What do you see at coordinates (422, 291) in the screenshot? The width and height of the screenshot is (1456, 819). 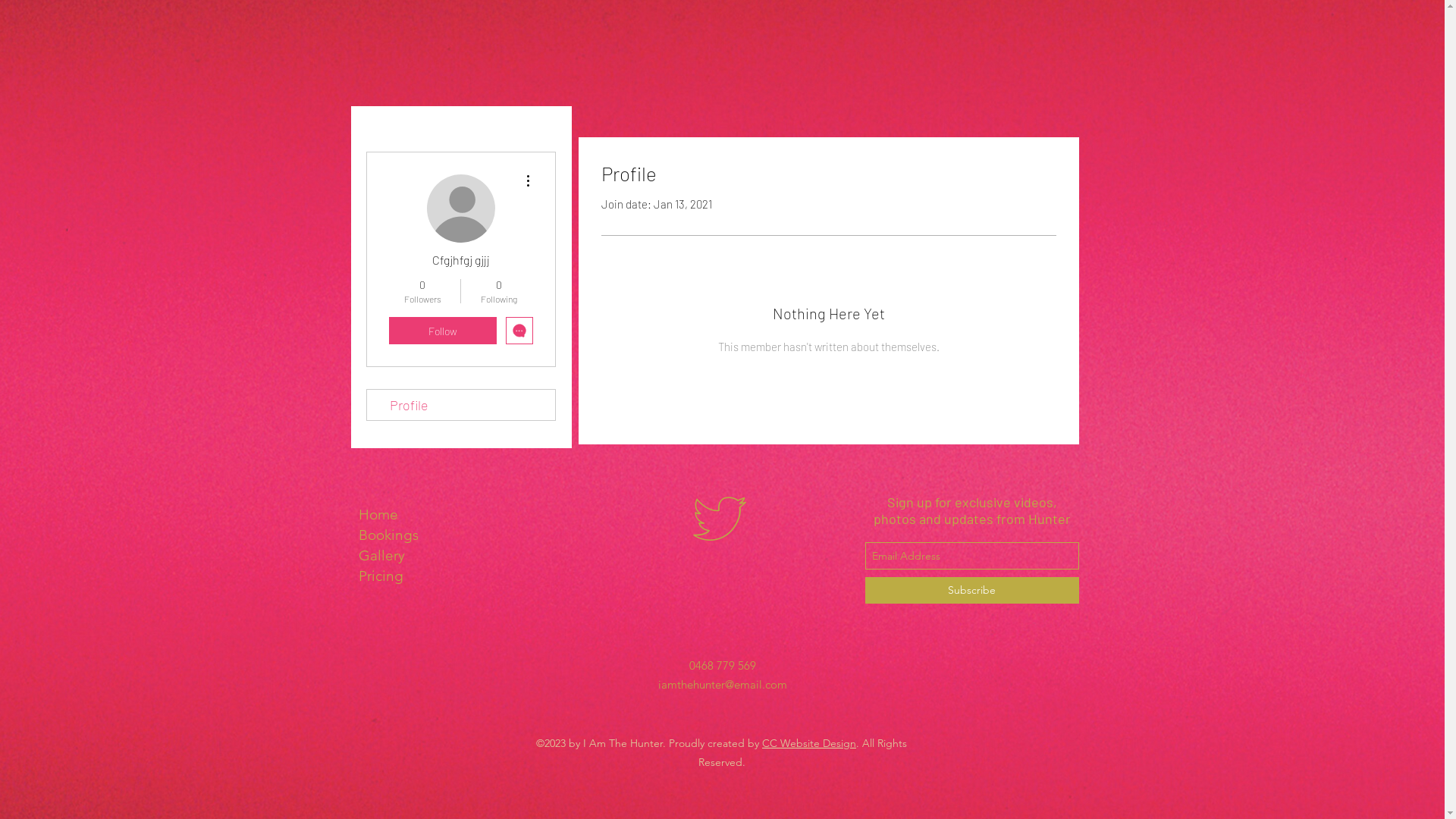 I see `'0` at bounding box center [422, 291].